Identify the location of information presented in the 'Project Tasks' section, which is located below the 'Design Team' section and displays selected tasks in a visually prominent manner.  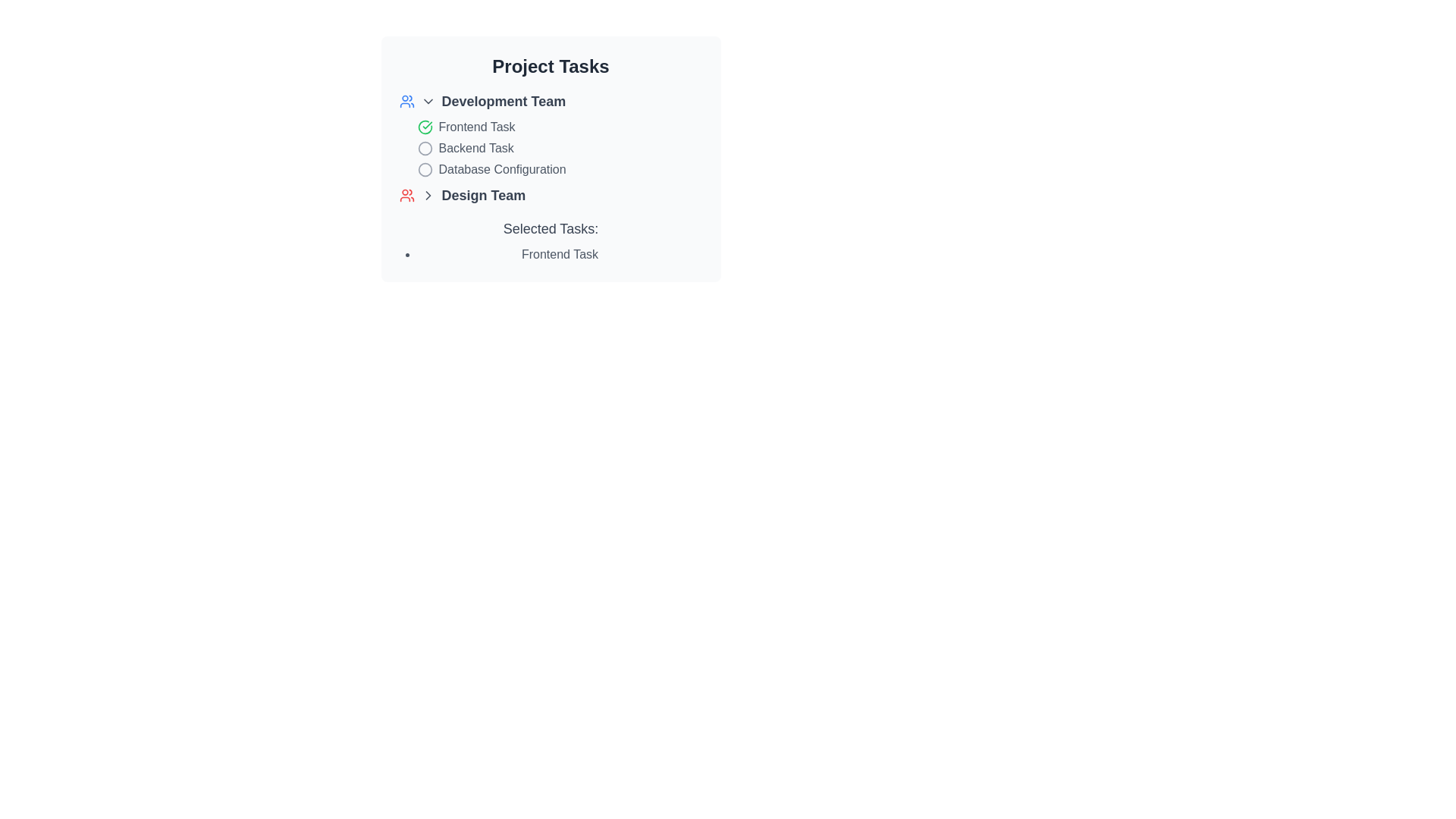
(550, 240).